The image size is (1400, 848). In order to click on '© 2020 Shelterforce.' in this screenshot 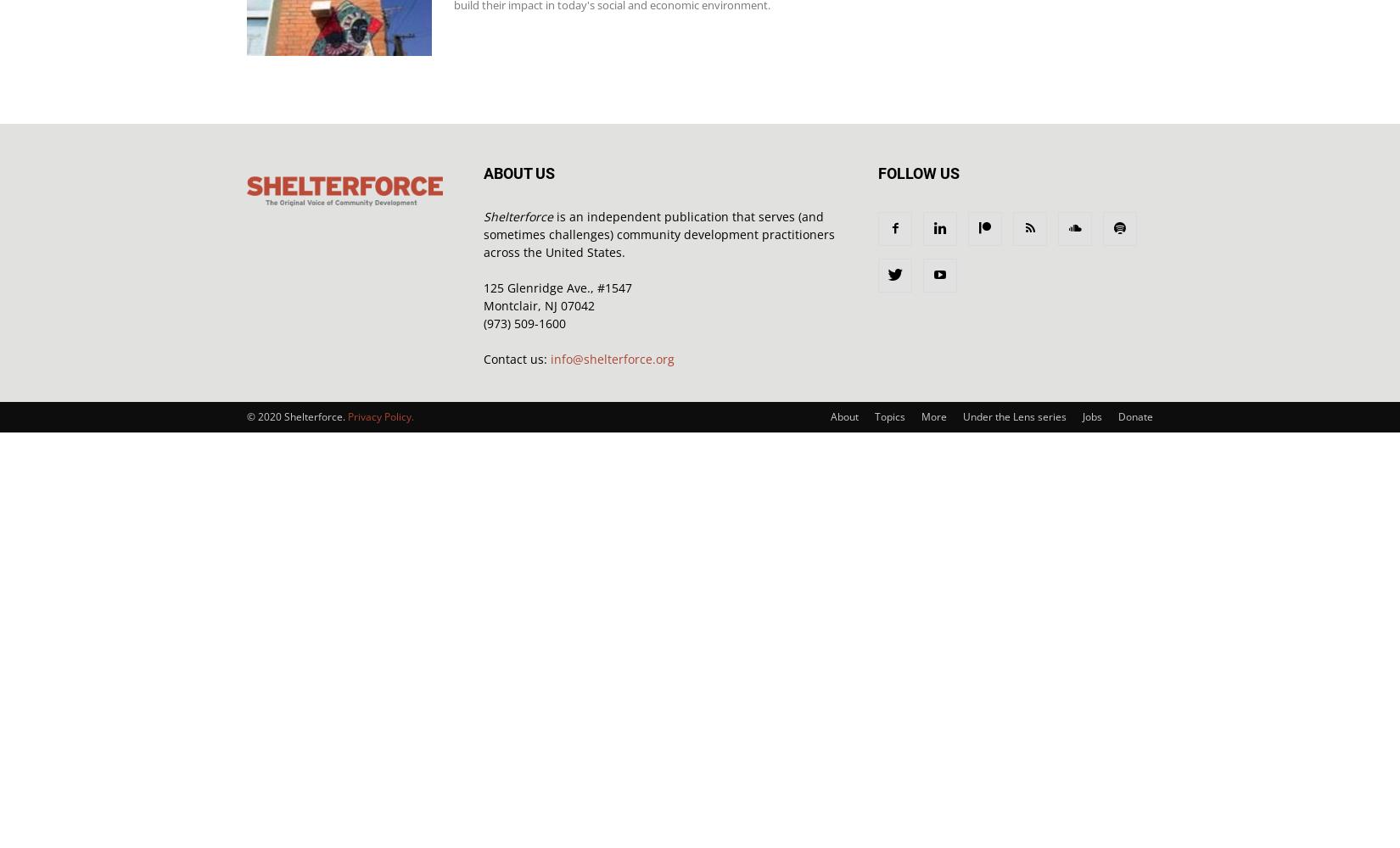, I will do `click(297, 416)`.